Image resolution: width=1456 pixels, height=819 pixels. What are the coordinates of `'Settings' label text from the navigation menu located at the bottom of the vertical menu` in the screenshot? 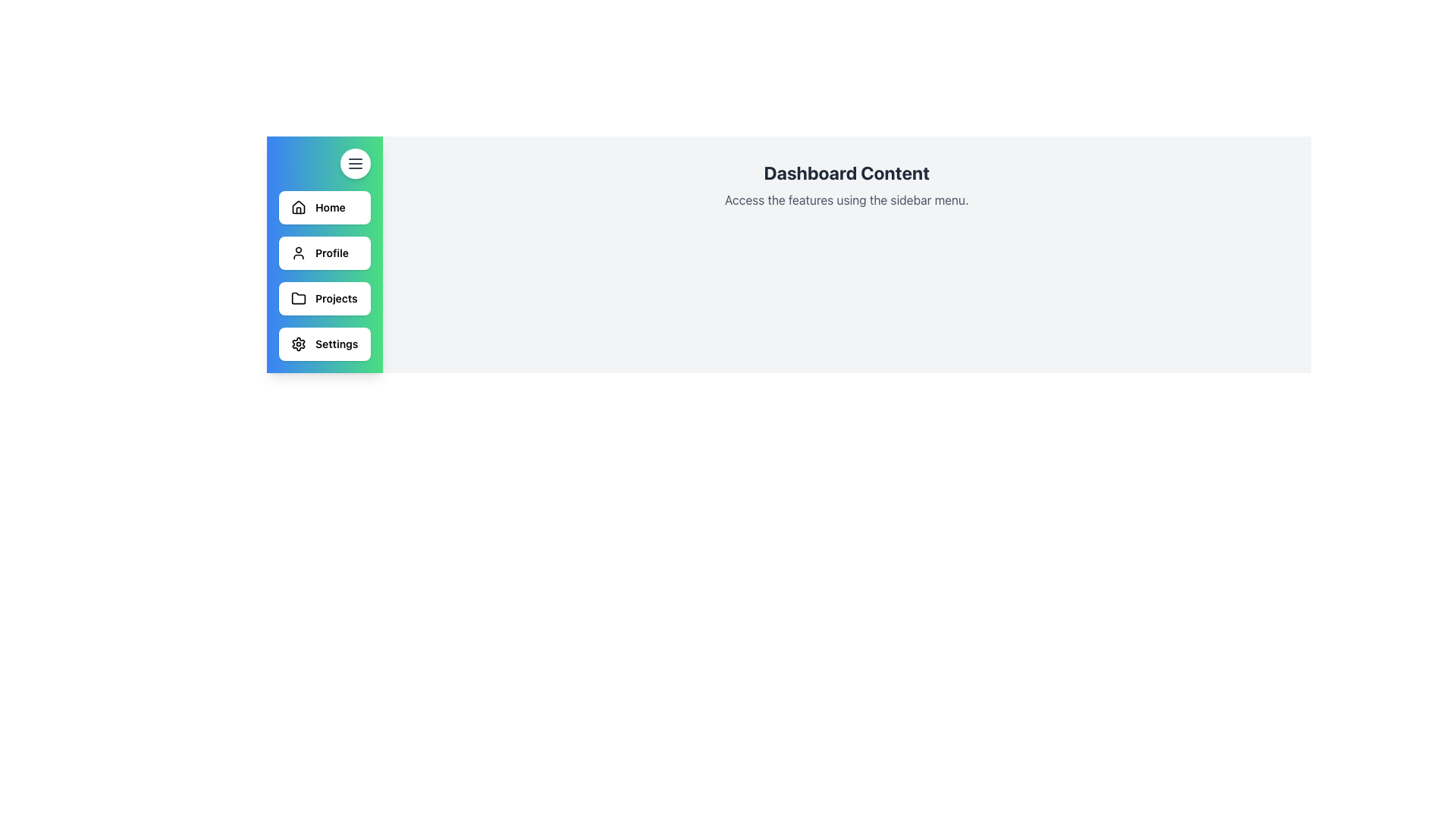 It's located at (336, 344).